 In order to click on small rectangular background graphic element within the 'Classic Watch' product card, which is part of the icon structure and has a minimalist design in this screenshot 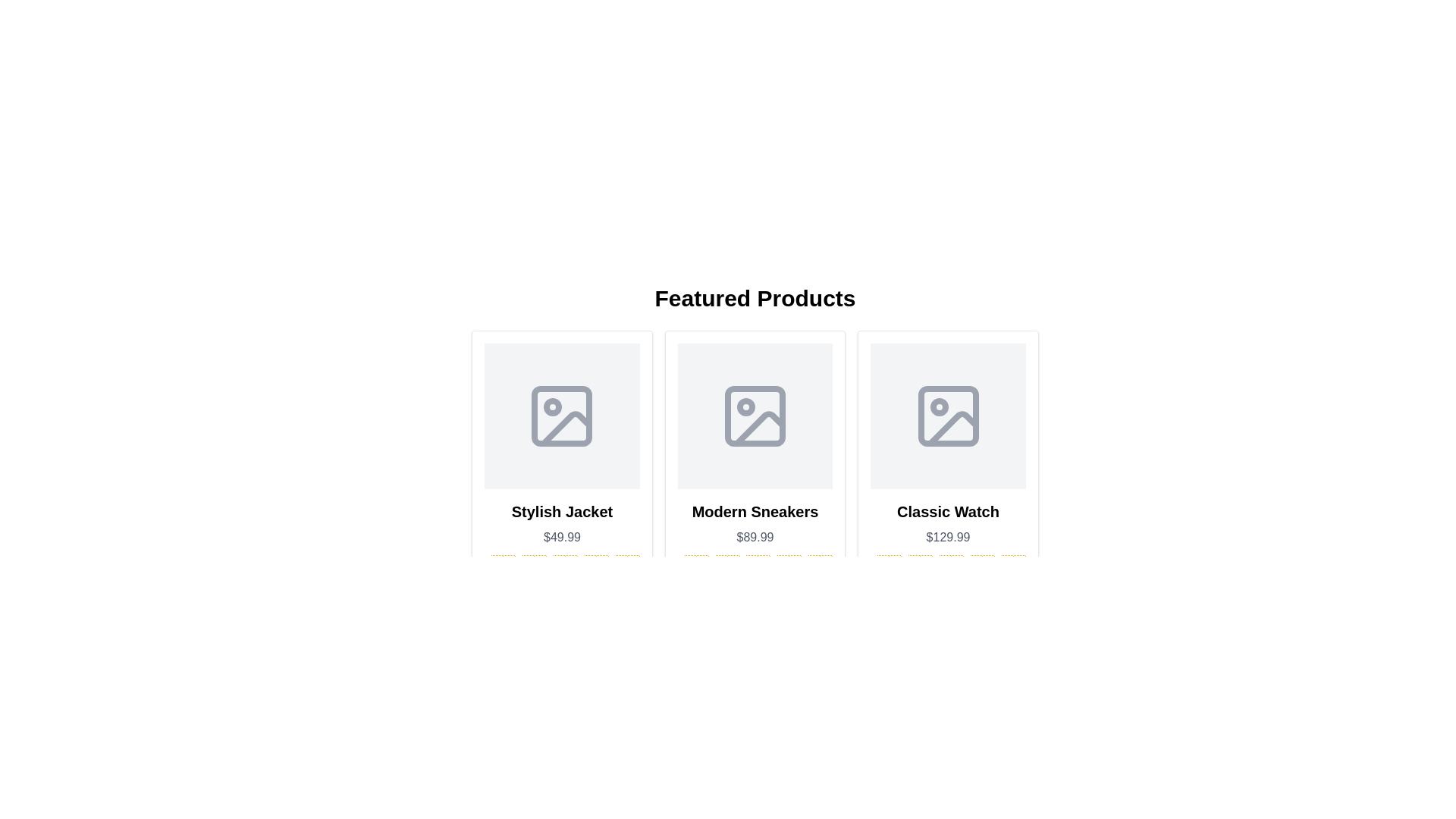, I will do `click(947, 416)`.